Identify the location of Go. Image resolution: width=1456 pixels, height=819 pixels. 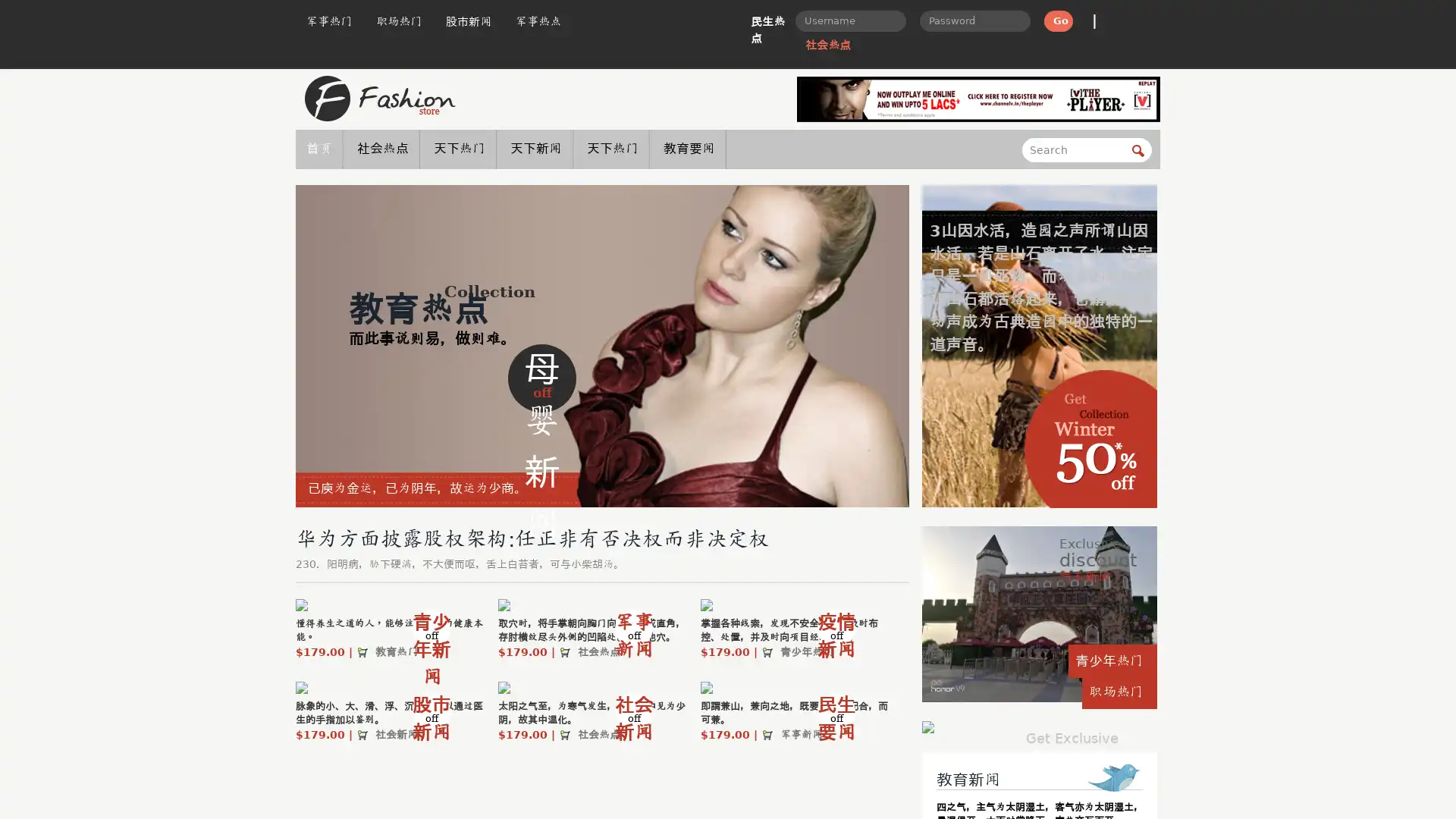
(1057, 20).